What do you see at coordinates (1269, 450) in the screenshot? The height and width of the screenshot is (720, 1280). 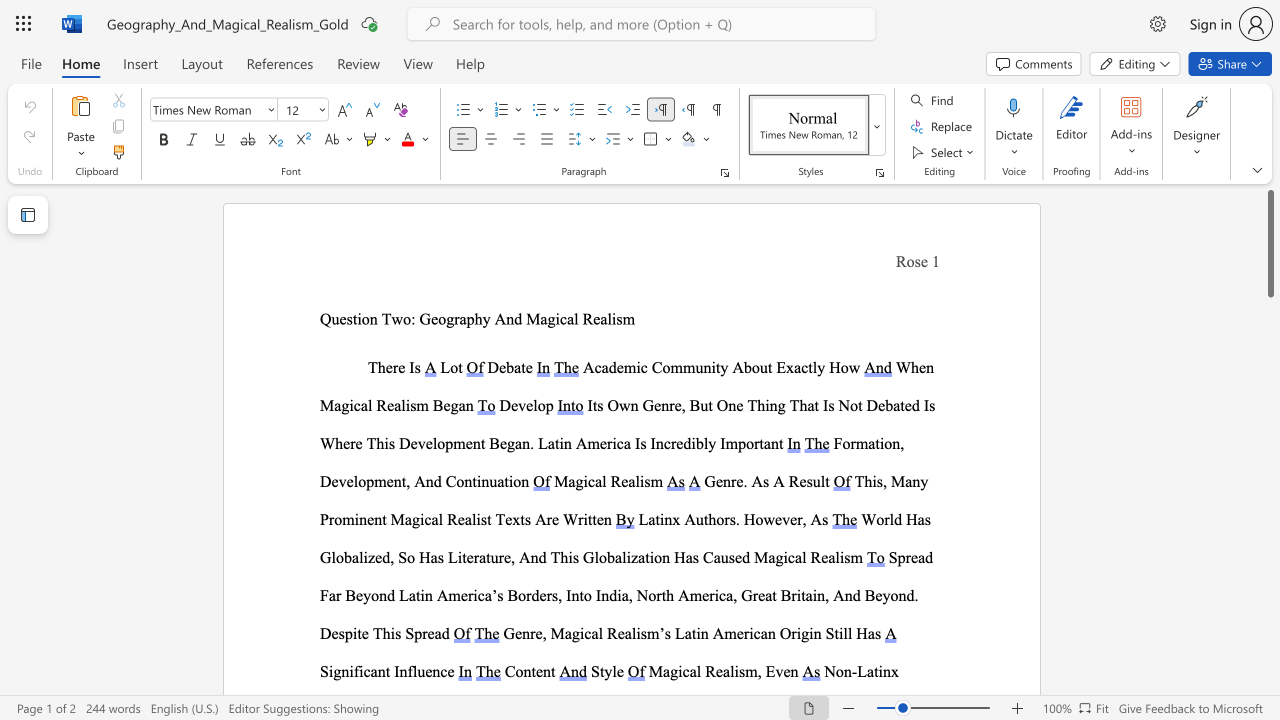 I see `the scrollbar to move the content lower` at bounding box center [1269, 450].